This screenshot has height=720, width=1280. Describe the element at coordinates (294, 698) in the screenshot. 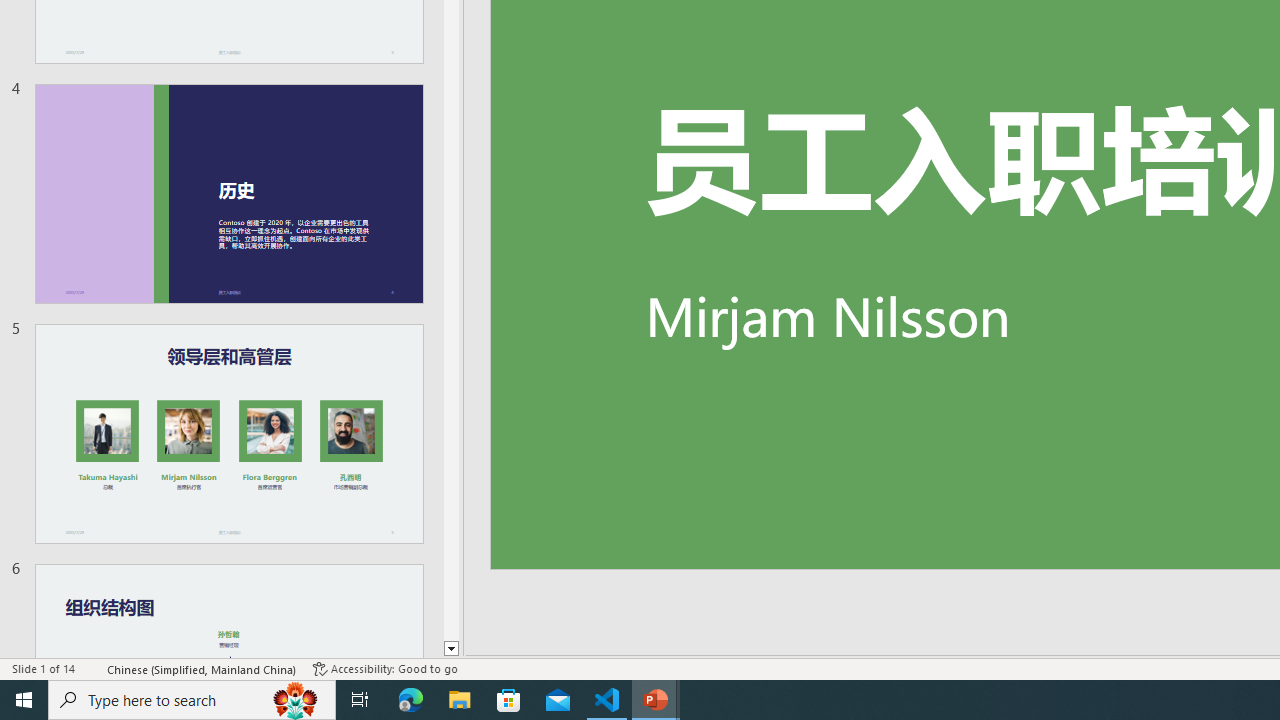

I see `'Search highlights icon opens search home window'` at that location.